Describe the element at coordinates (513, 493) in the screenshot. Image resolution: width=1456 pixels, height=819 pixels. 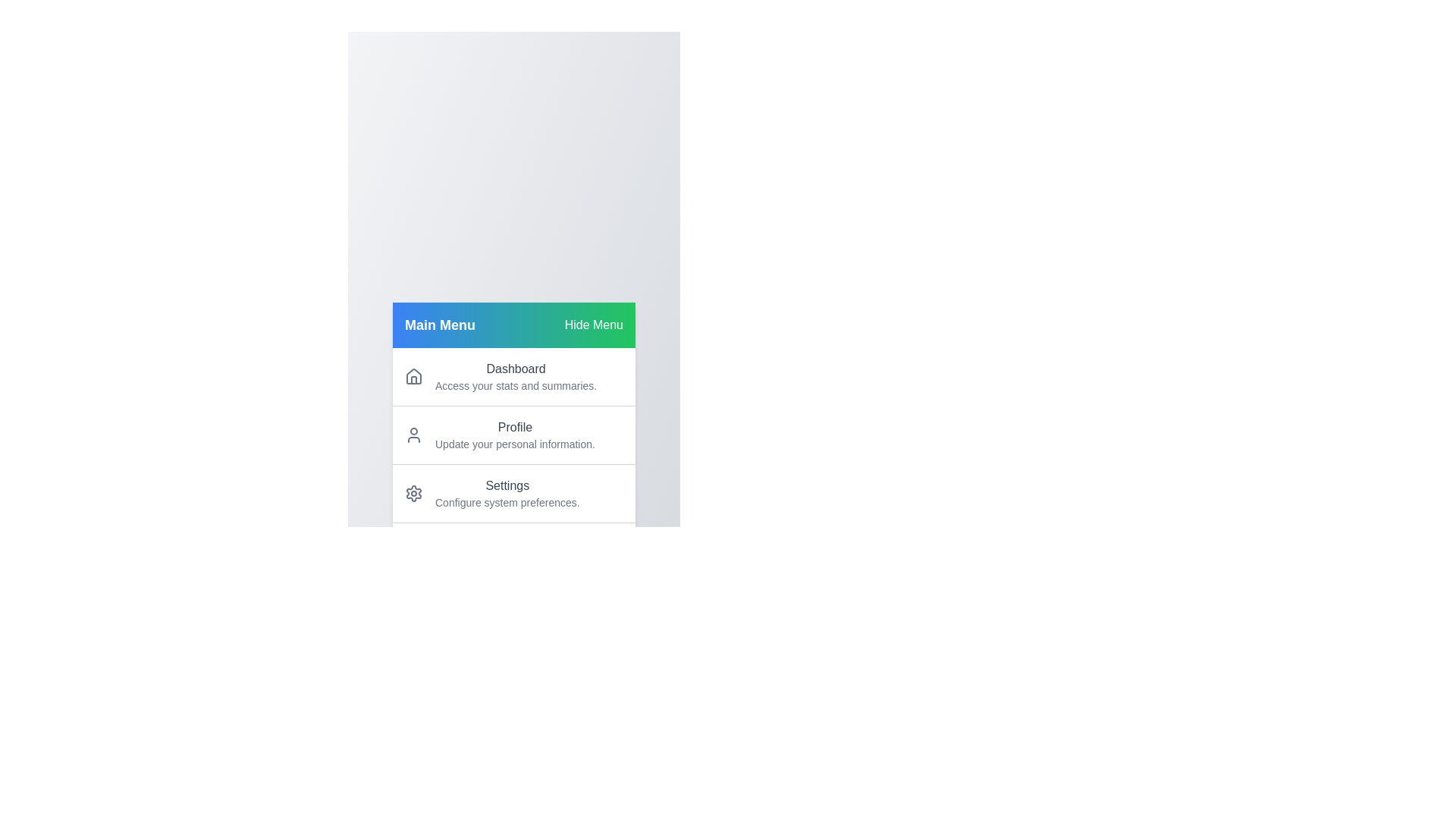
I see `the menu item labeled Settings` at that location.